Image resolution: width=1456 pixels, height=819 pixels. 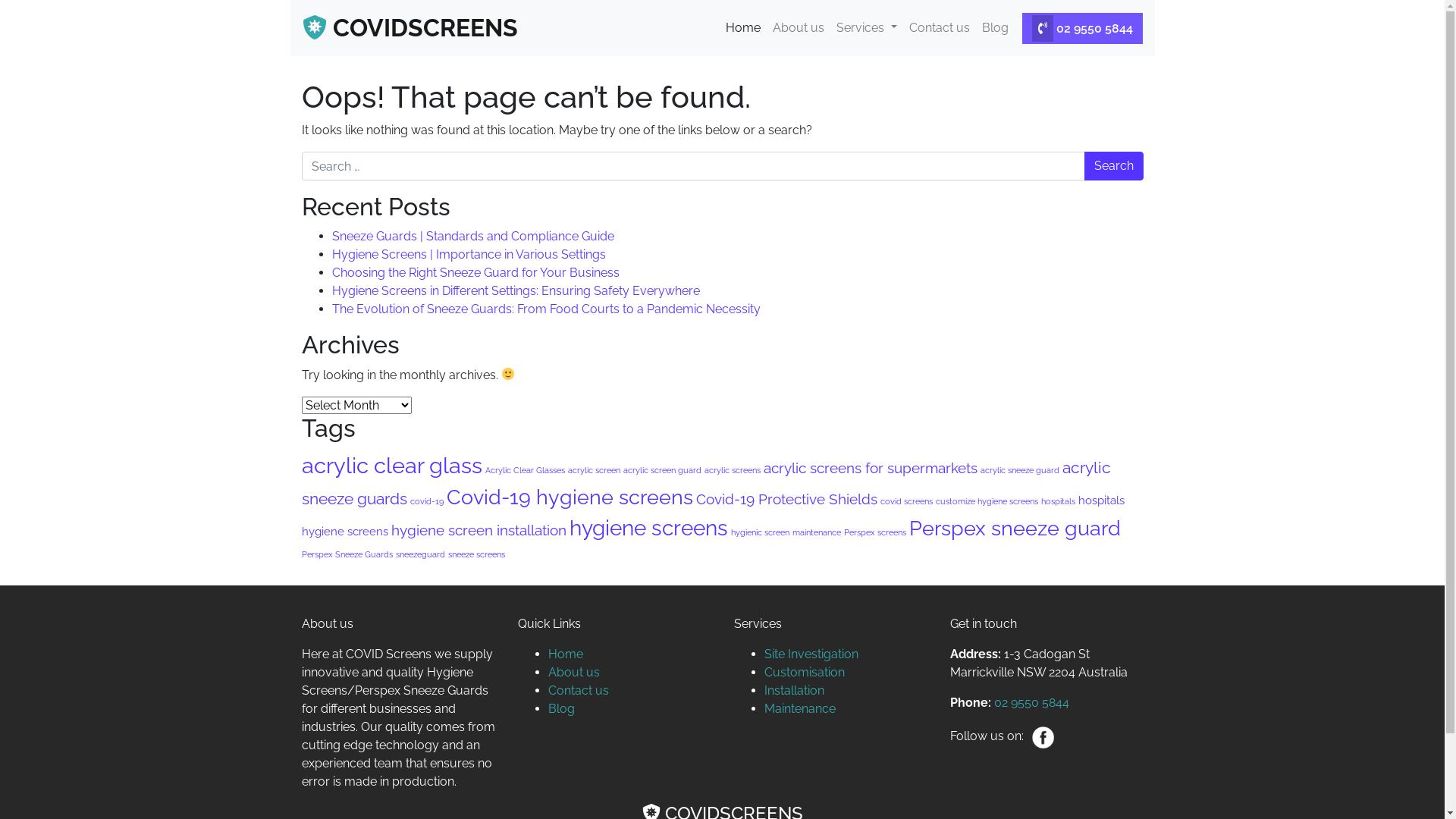 What do you see at coordinates (803, 671) in the screenshot?
I see `'Customisation'` at bounding box center [803, 671].